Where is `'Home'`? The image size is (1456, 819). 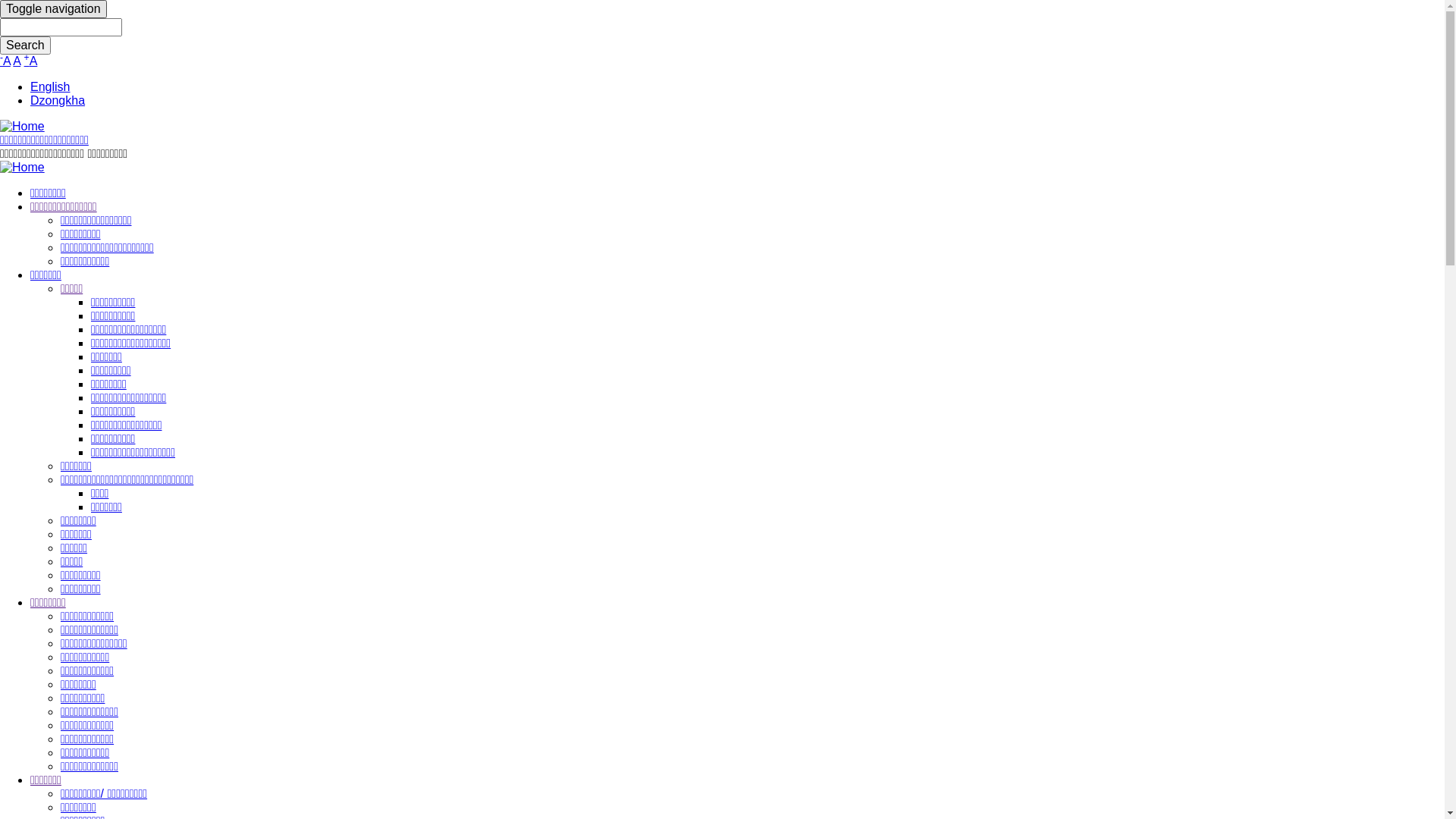 'Home' is located at coordinates (22, 125).